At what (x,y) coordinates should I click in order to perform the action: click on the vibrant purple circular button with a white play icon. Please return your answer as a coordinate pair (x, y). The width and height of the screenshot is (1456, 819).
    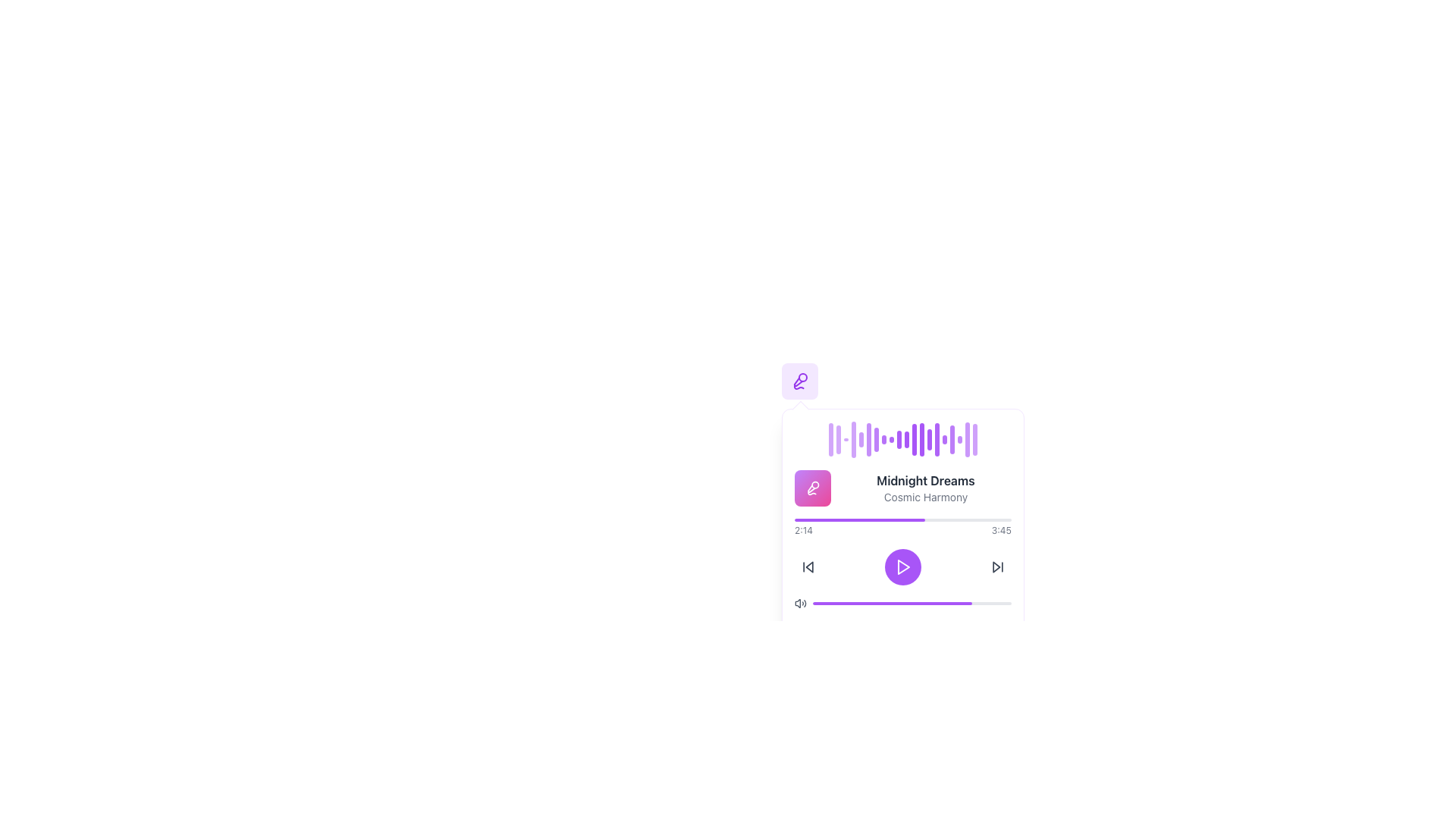
    Looking at the image, I should click on (902, 567).